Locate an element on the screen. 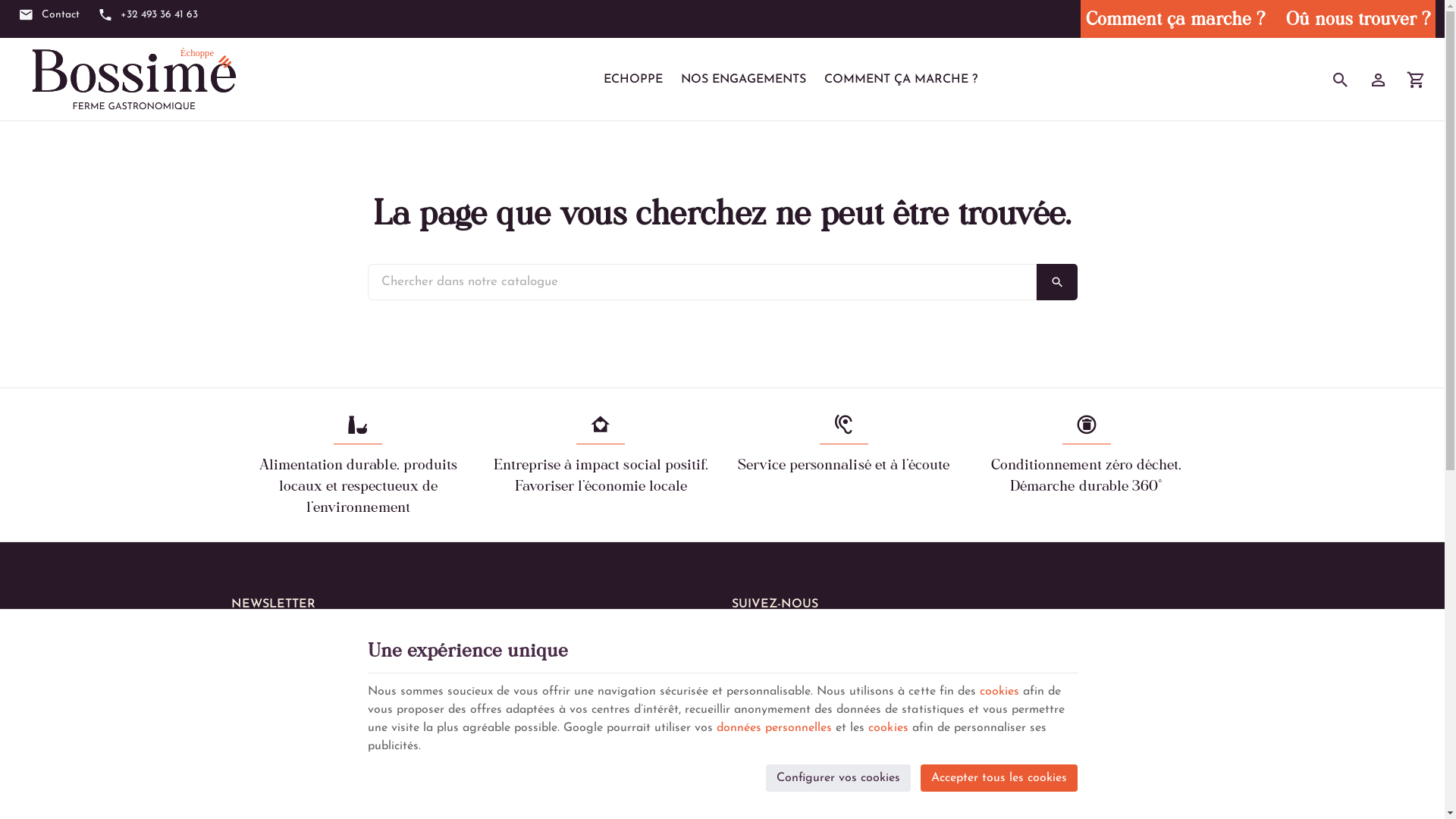 The image size is (1456, 819). 'Mon compte' is located at coordinates (1379, 79).